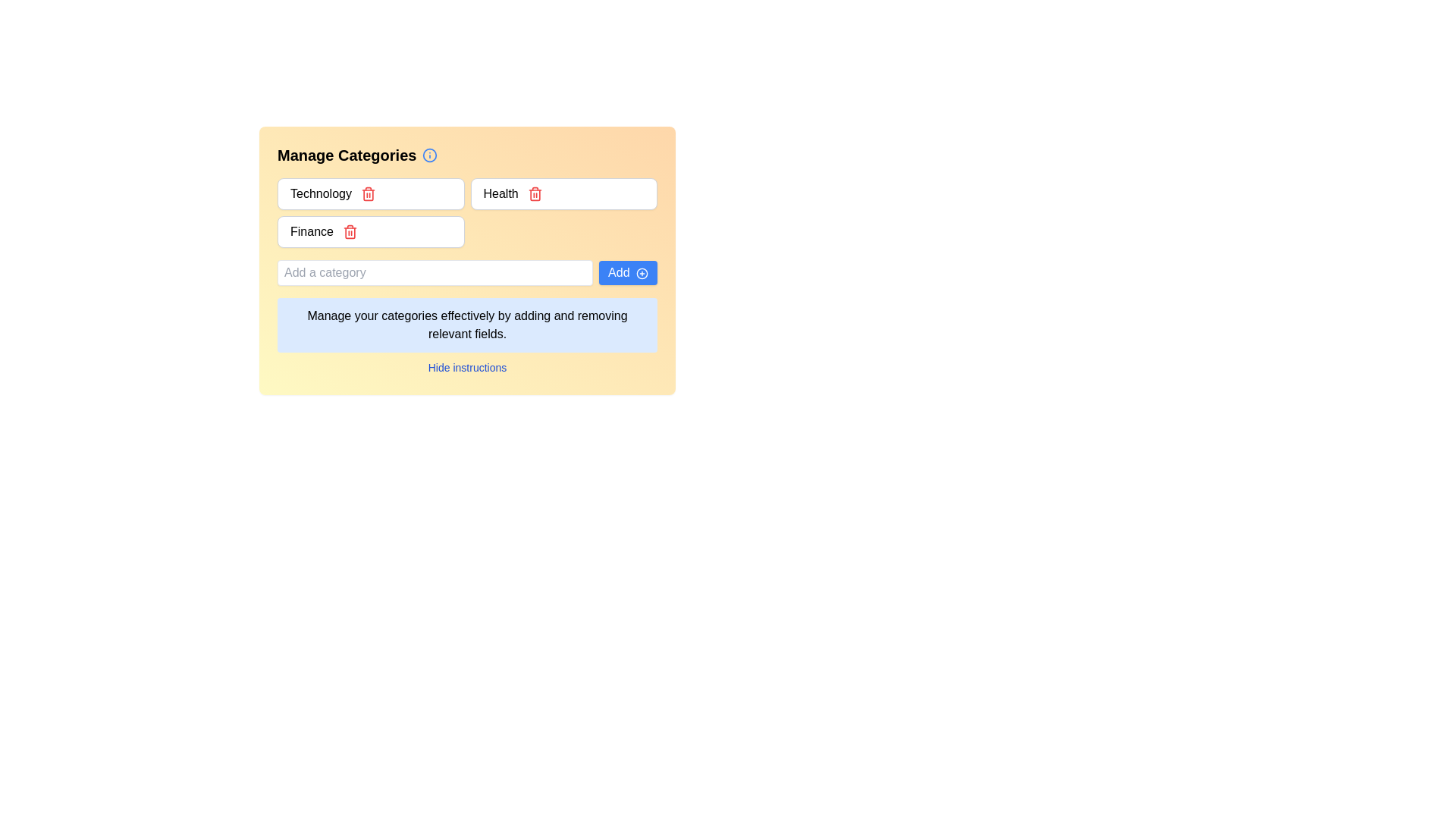 Image resolution: width=1456 pixels, height=819 pixels. Describe the element at coordinates (642, 271) in the screenshot. I see `the circle element representing the 'Add' button icon, which is part of an SVG graphic indicating interactivity` at that location.